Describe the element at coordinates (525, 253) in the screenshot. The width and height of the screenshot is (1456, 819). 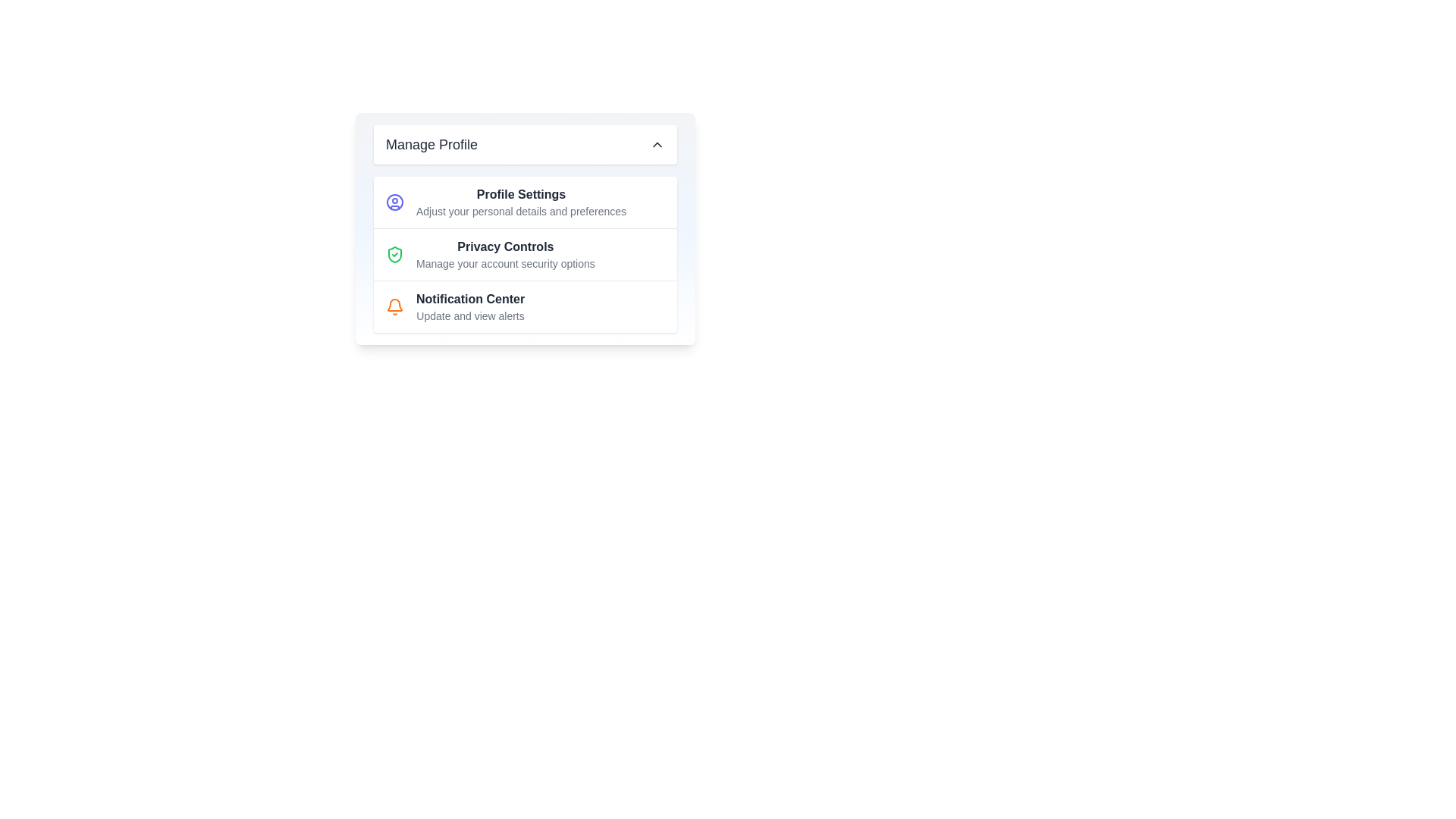
I see `the list item titled 'Privacy Controls' which features a green shield icon and is located within the 'Manage Profile' panel` at that location.